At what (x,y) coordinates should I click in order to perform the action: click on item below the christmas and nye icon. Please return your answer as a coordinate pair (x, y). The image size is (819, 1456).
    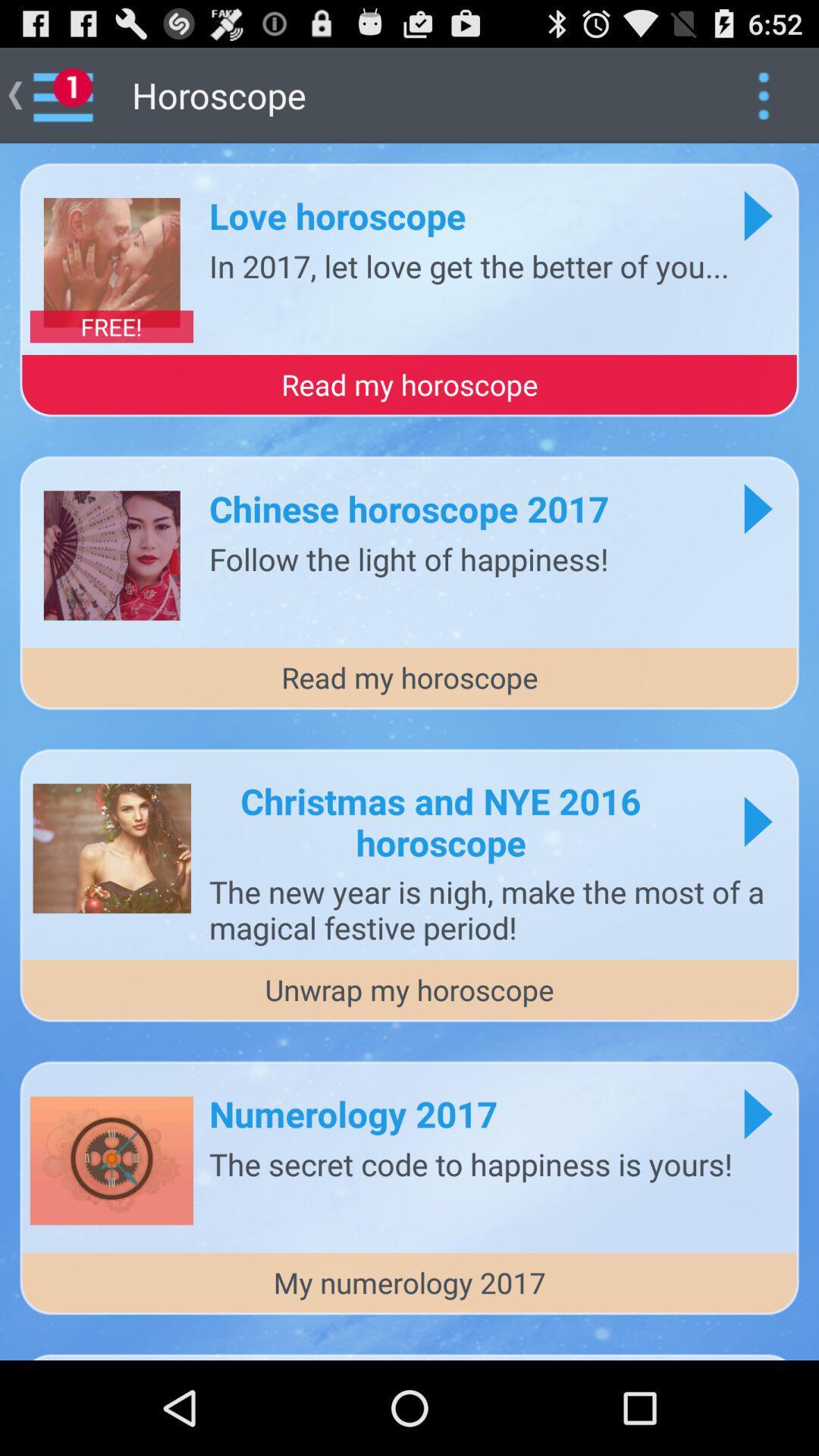
    Looking at the image, I should click on (496, 909).